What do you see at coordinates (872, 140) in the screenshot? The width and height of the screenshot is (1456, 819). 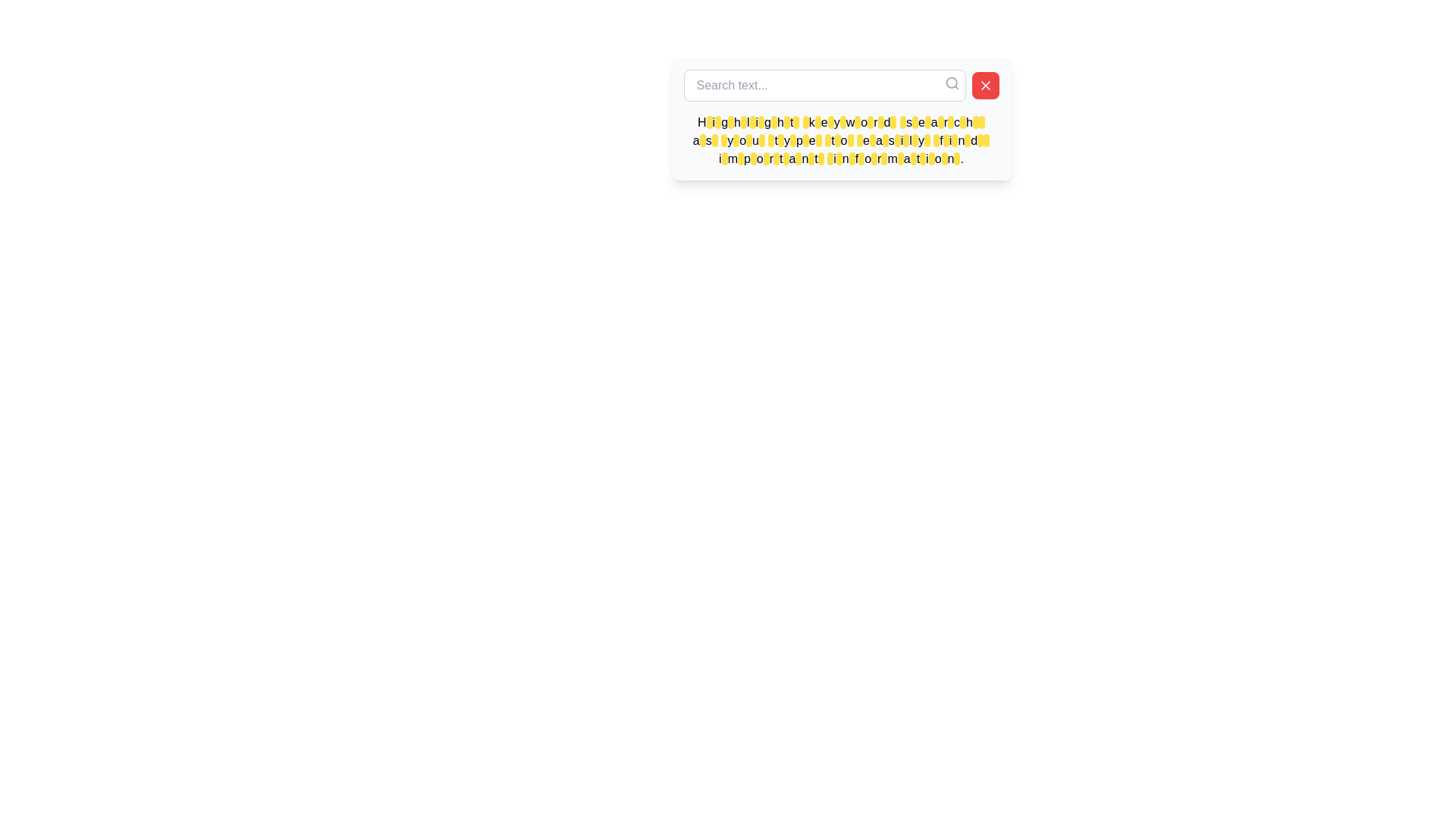 I see `the highlight segment located in the middle of the second line of the text statement, which is part of a group of similar highlighted rectangles` at bounding box center [872, 140].